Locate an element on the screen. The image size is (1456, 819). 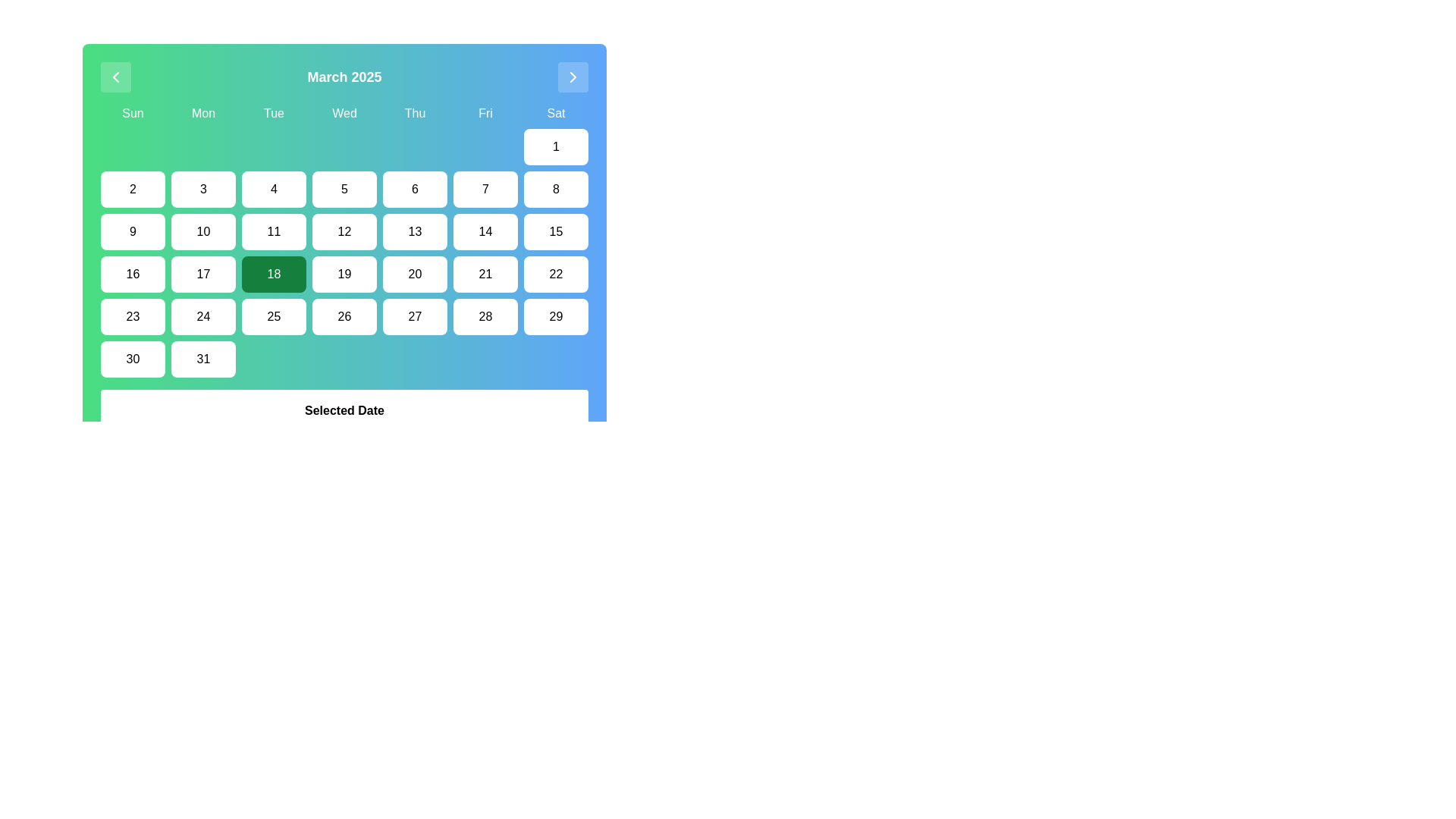
the date selector button for the date '22' in the calendar interface to observe a background change is located at coordinates (555, 275).